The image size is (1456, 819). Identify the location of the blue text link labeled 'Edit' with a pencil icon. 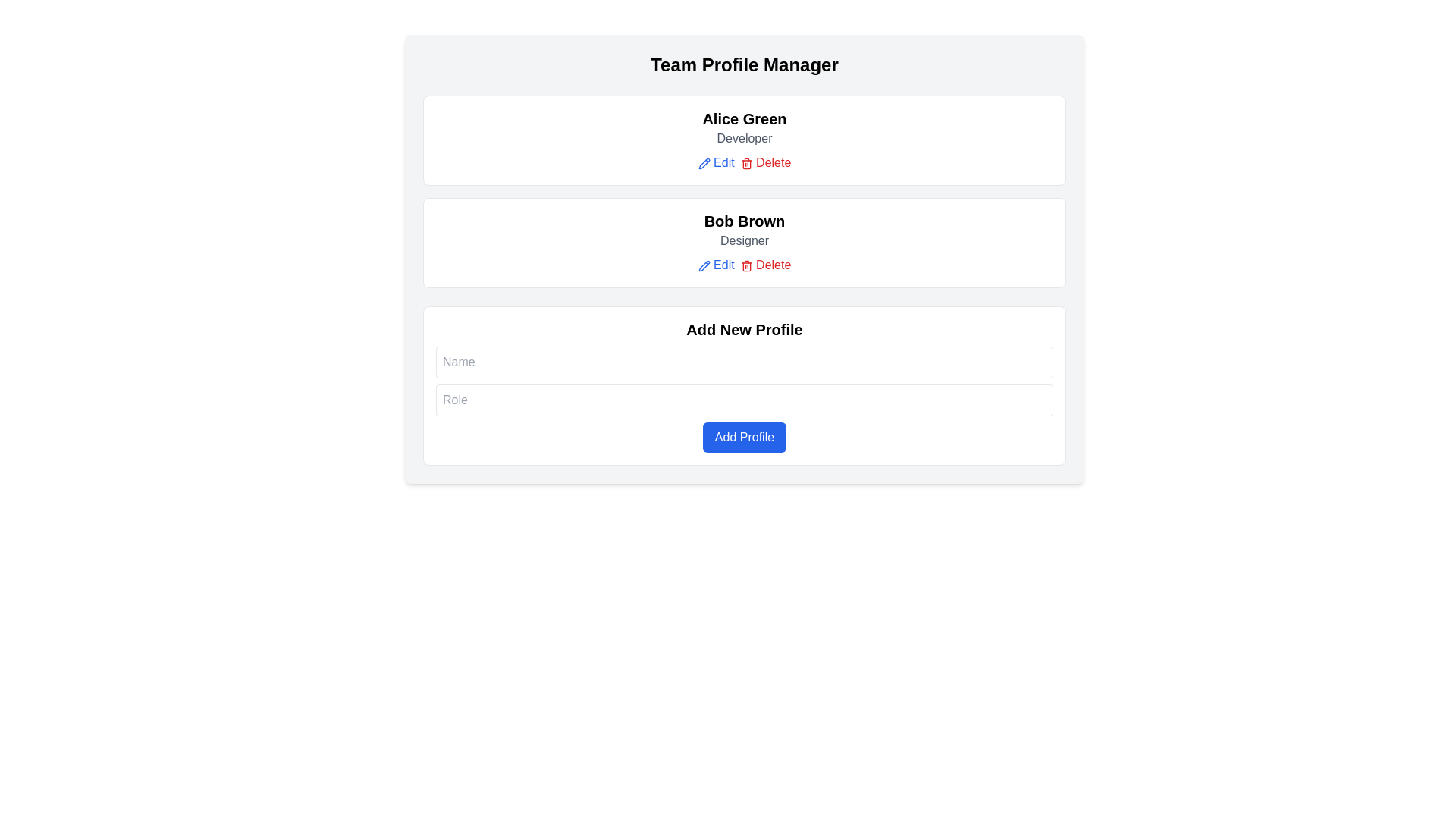
(715, 163).